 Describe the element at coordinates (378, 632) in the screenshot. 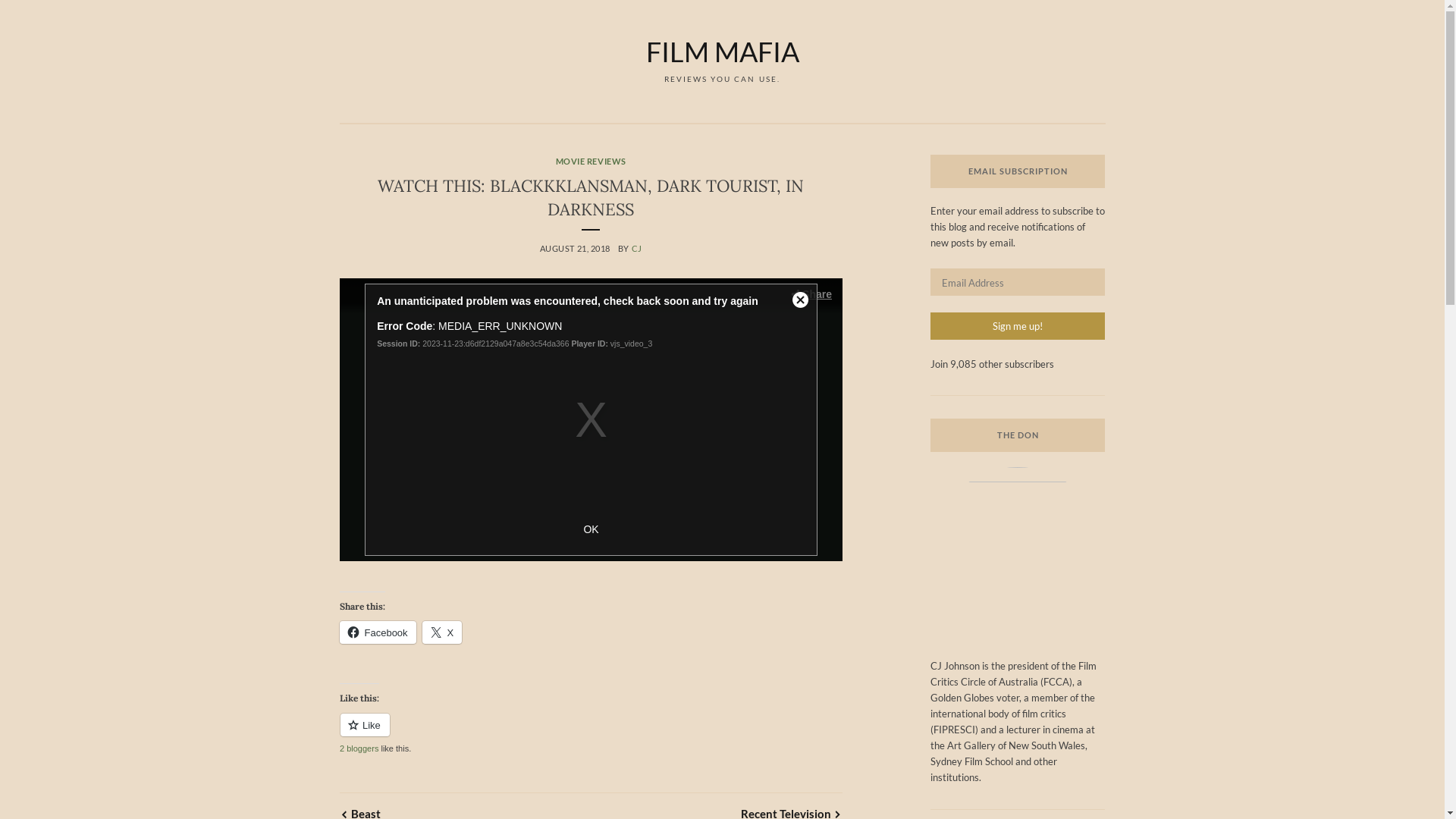

I see `'Facebook'` at that location.